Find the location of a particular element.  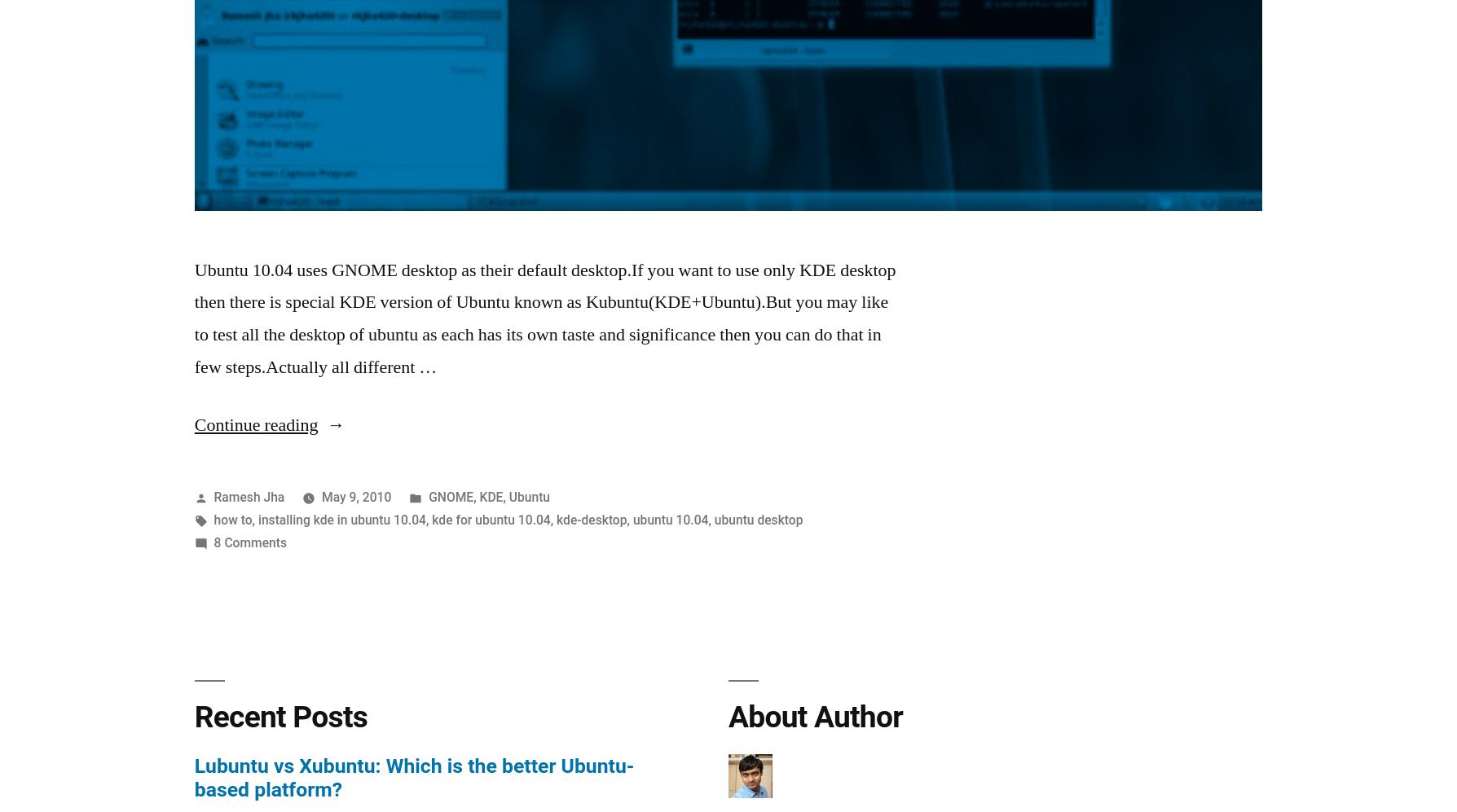

'Ramesh Jha' is located at coordinates (248, 495).